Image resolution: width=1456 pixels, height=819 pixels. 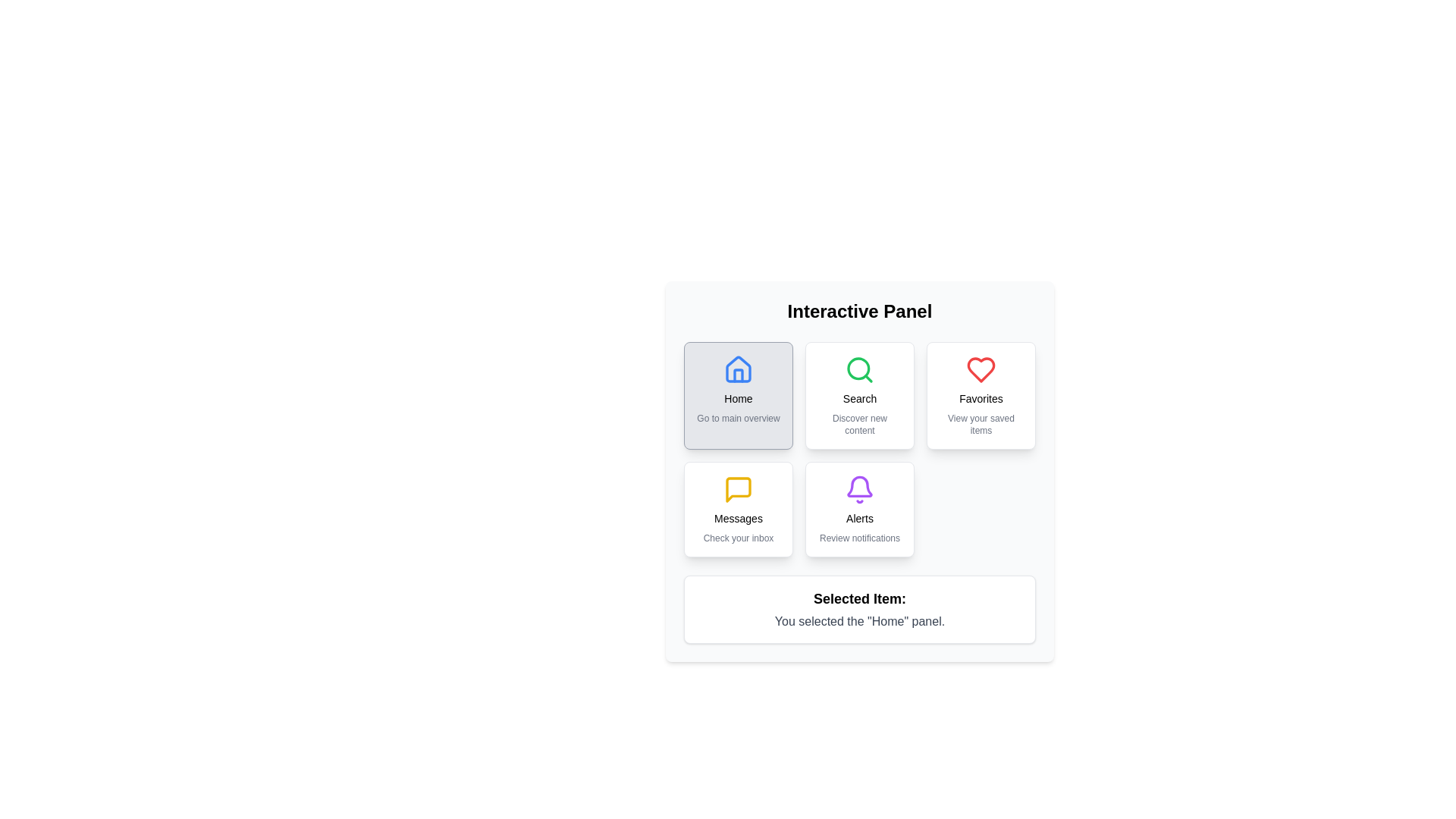 I want to click on the navigation button in the top-left corner of the grid layout for keyboard accessibility, so click(x=739, y=394).